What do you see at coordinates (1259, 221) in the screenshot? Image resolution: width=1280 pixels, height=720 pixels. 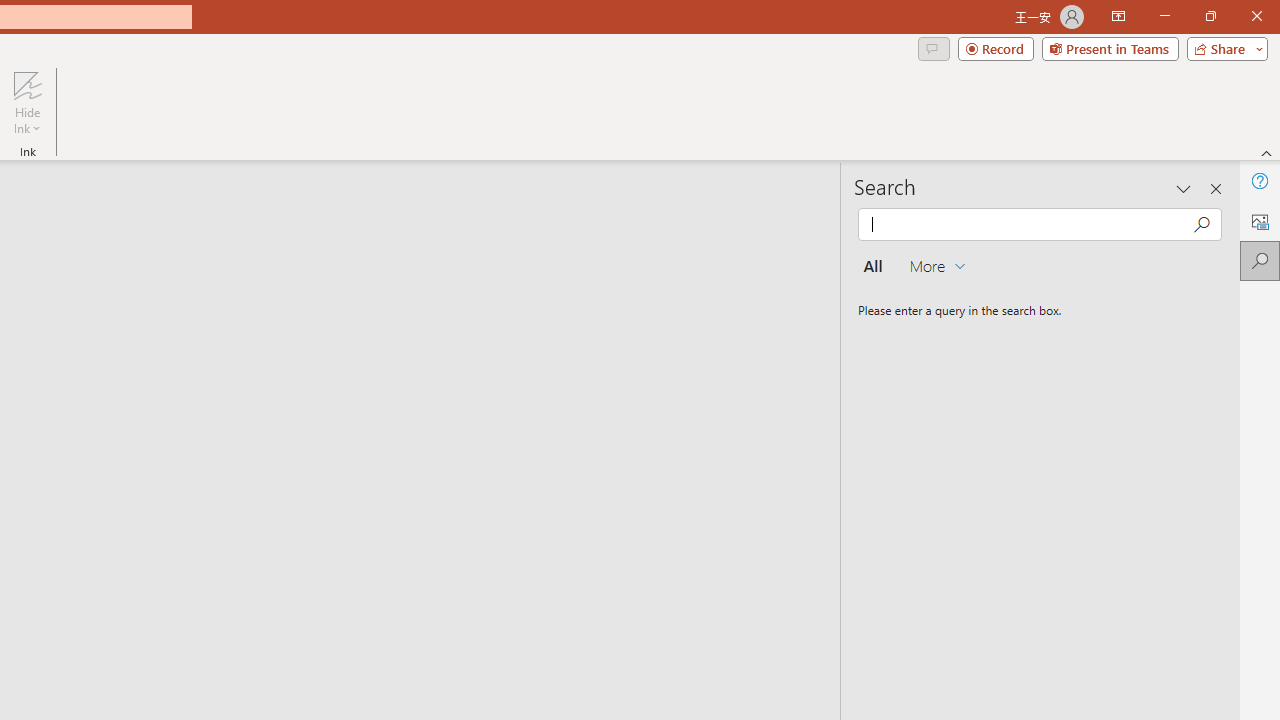 I see `'Alt Text'` at bounding box center [1259, 221].